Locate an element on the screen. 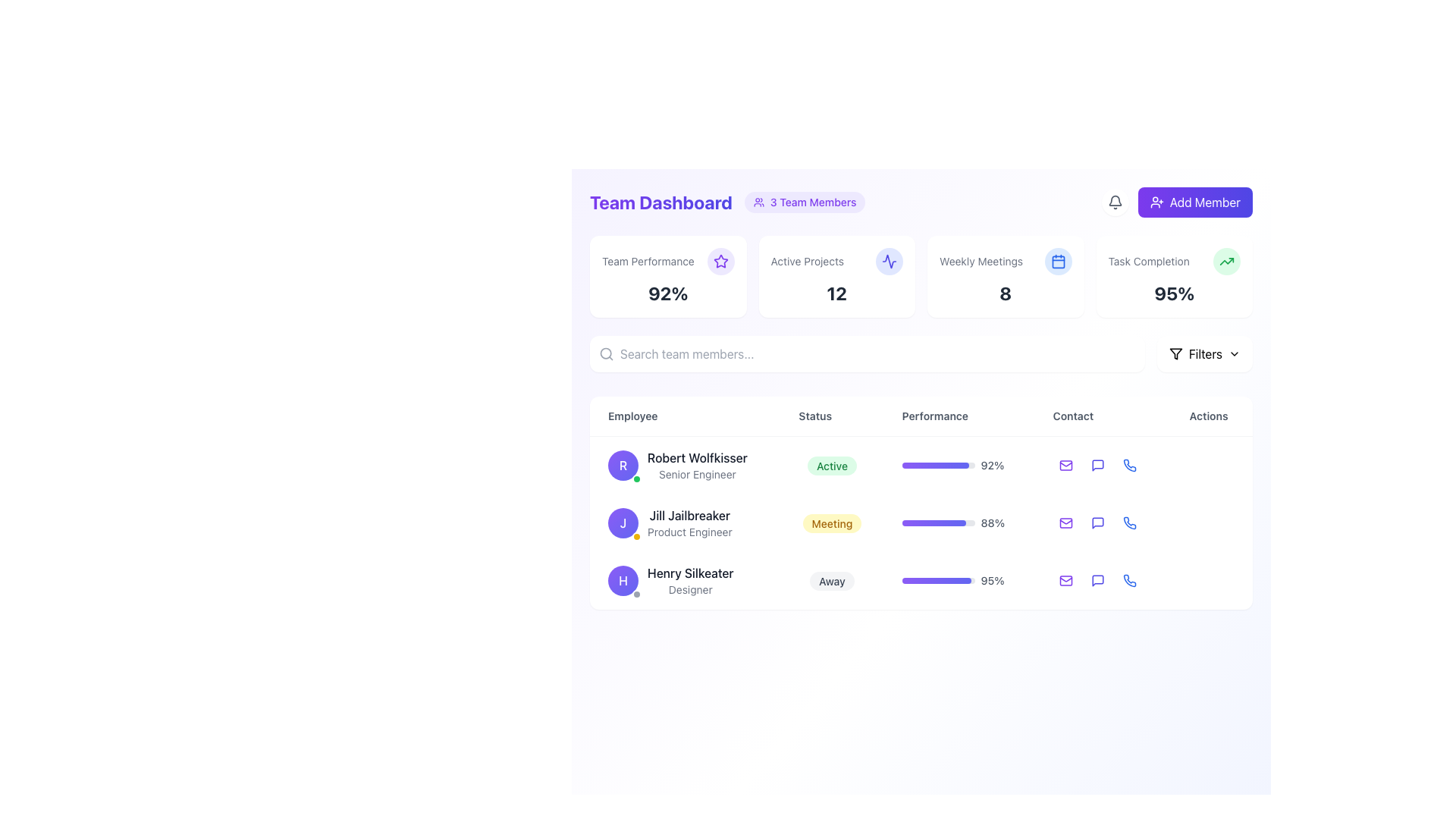 This screenshot has width=1456, height=819. the transparent SVG rectangle shape of the envelope icon corresponding to the 'Jill Jailbreaker' entry is located at coordinates (1065, 522).